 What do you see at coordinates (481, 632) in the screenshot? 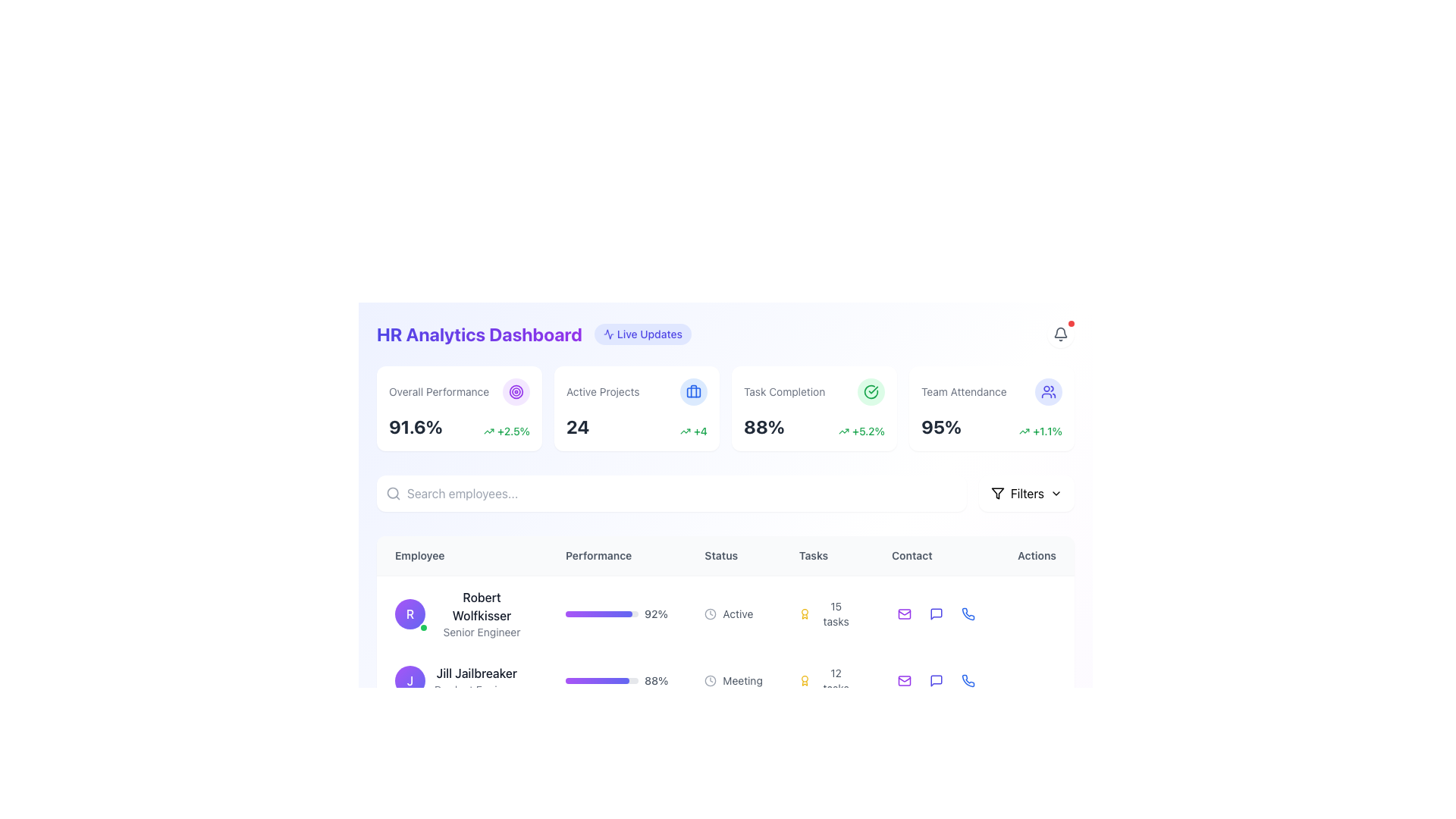
I see `the text label displaying 'Senior Engineer', which is styled with a small font size and light gray color, located below 'Robert Wolfkisser' in the Employee column of the dashboard interface` at bounding box center [481, 632].